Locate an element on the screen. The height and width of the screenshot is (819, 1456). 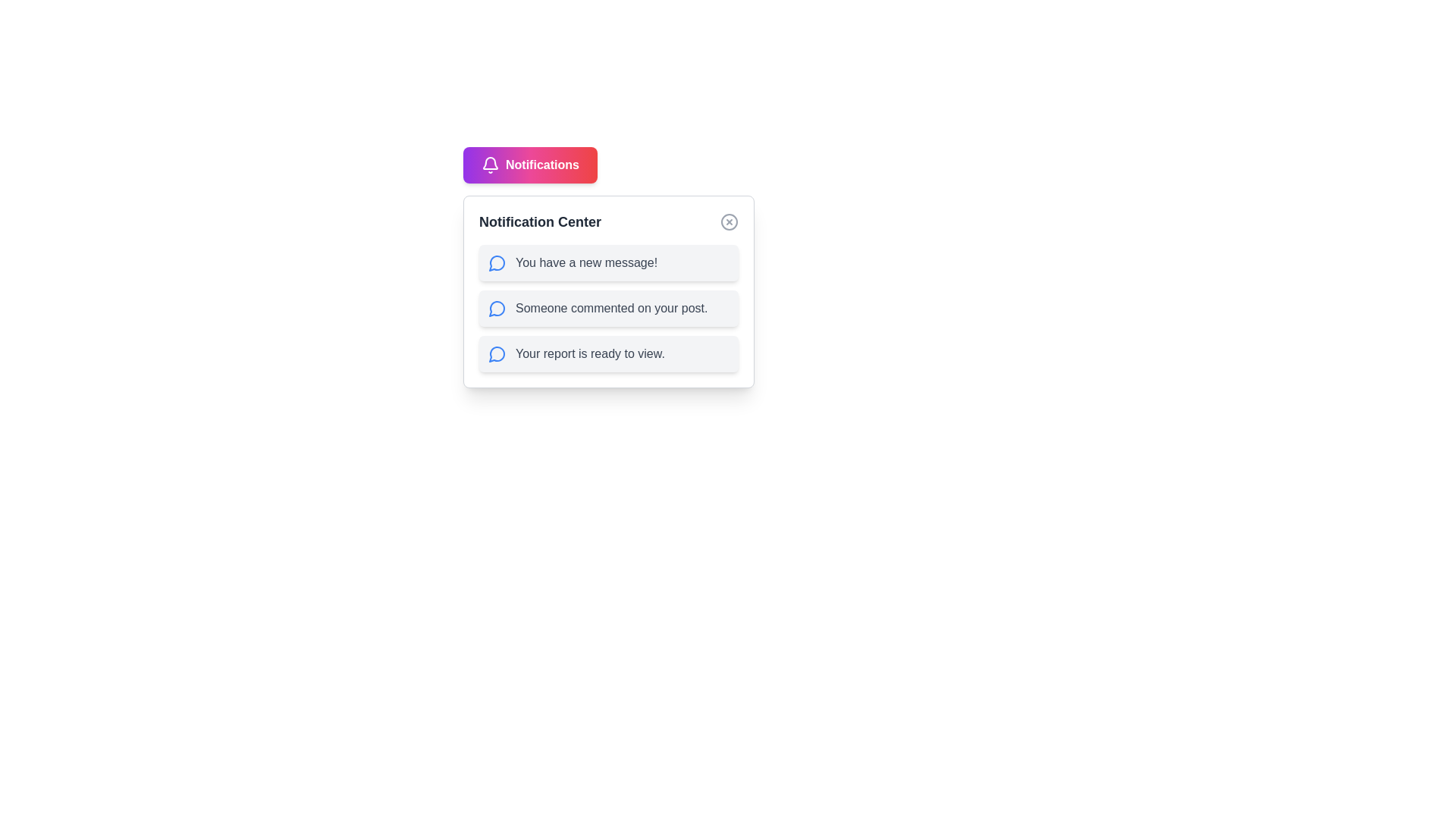
a notification item within the popup notification panel located below the purple notification button is located at coordinates (608, 292).